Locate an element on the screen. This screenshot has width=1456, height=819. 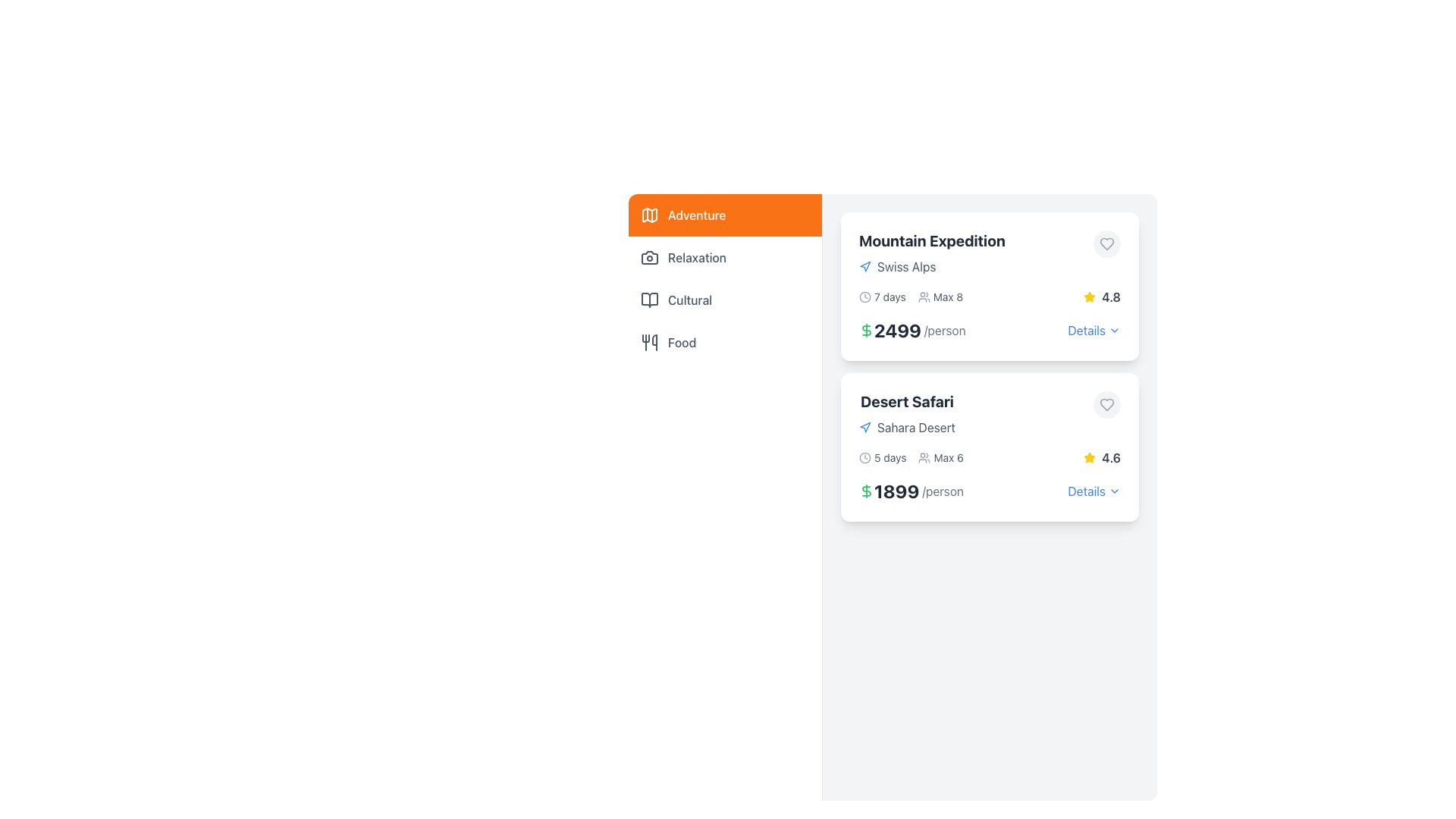
the open book icon located in the sidebar under the 'Cultural' label for contextual understanding is located at coordinates (650, 300).